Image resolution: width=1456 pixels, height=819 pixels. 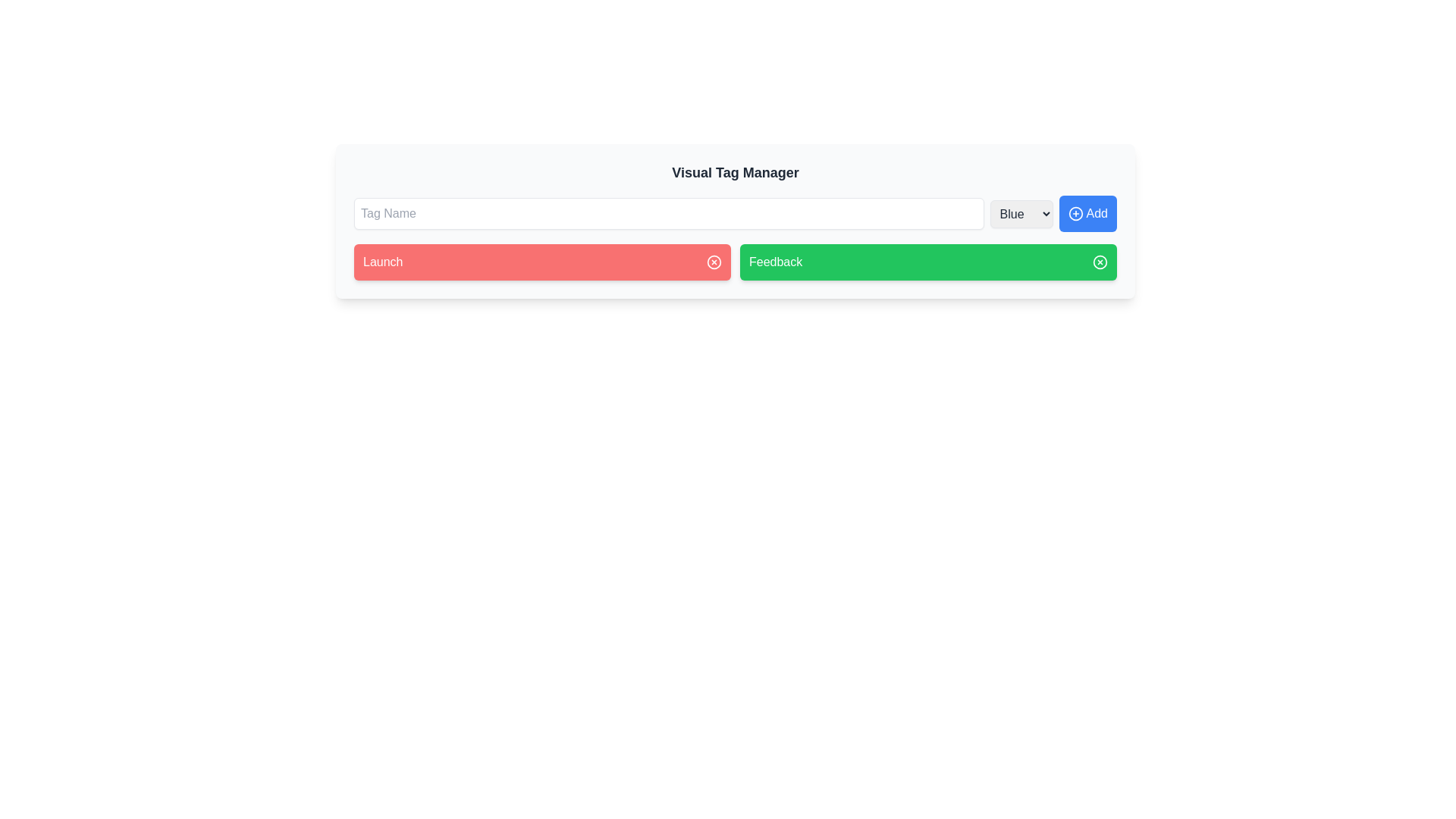 I want to click on the dropdown menu labeled 'Blue', so click(x=1021, y=213).